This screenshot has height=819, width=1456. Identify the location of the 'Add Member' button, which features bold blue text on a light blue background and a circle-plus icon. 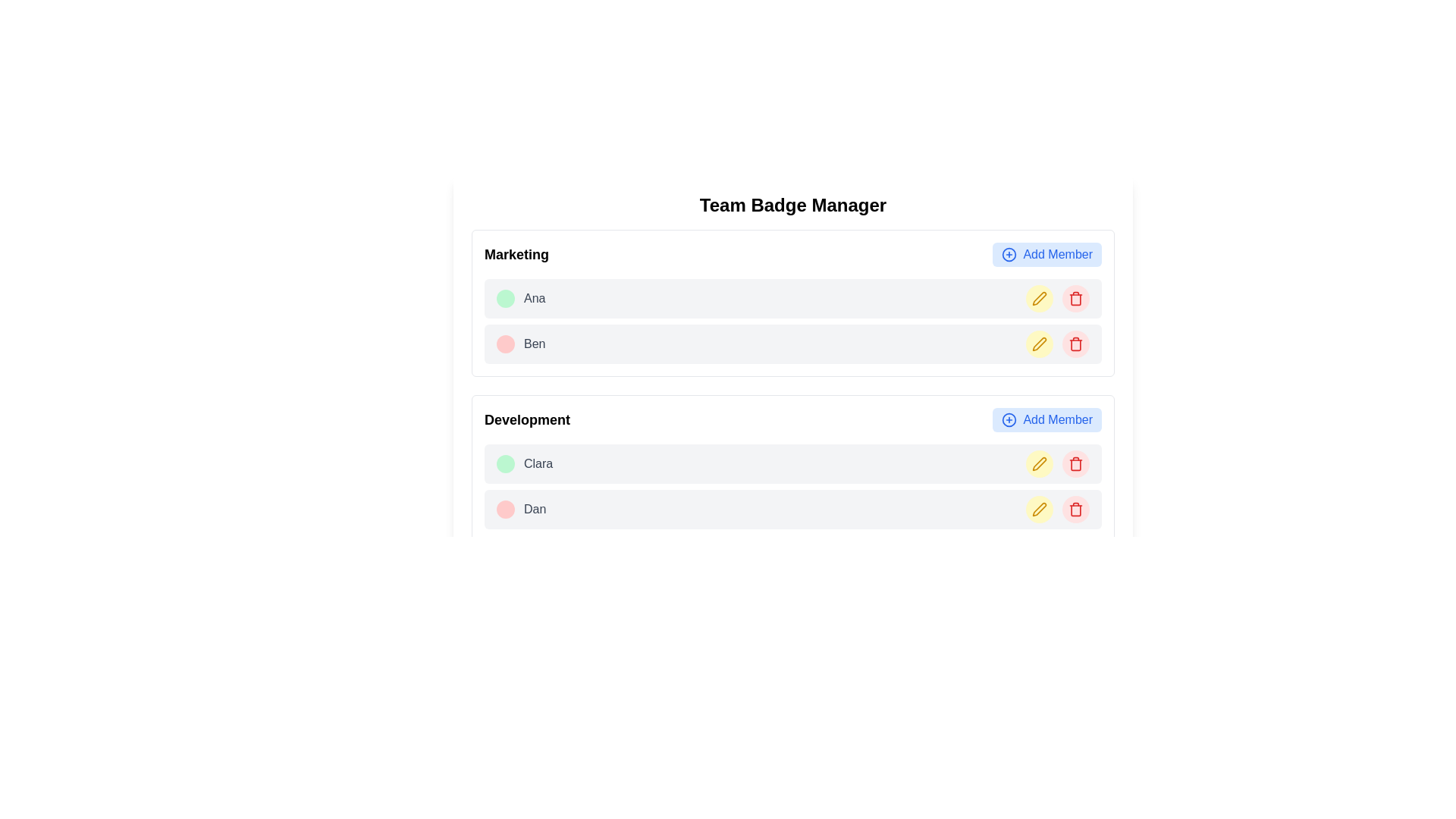
(1046, 420).